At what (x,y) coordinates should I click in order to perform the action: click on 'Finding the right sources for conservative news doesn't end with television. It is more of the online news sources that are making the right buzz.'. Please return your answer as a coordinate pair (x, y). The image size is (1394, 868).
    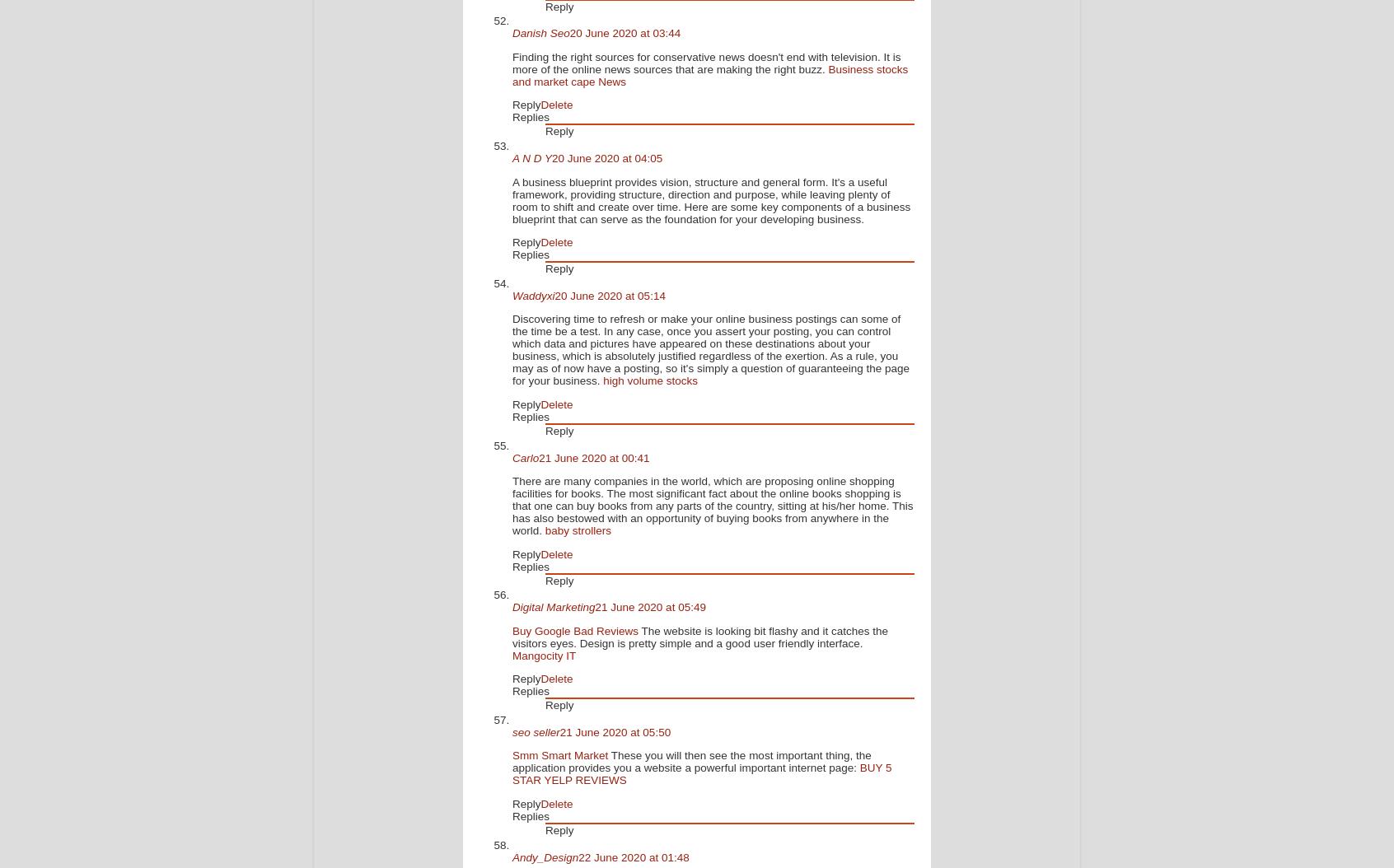
    Looking at the image, I should click on (705, 61).